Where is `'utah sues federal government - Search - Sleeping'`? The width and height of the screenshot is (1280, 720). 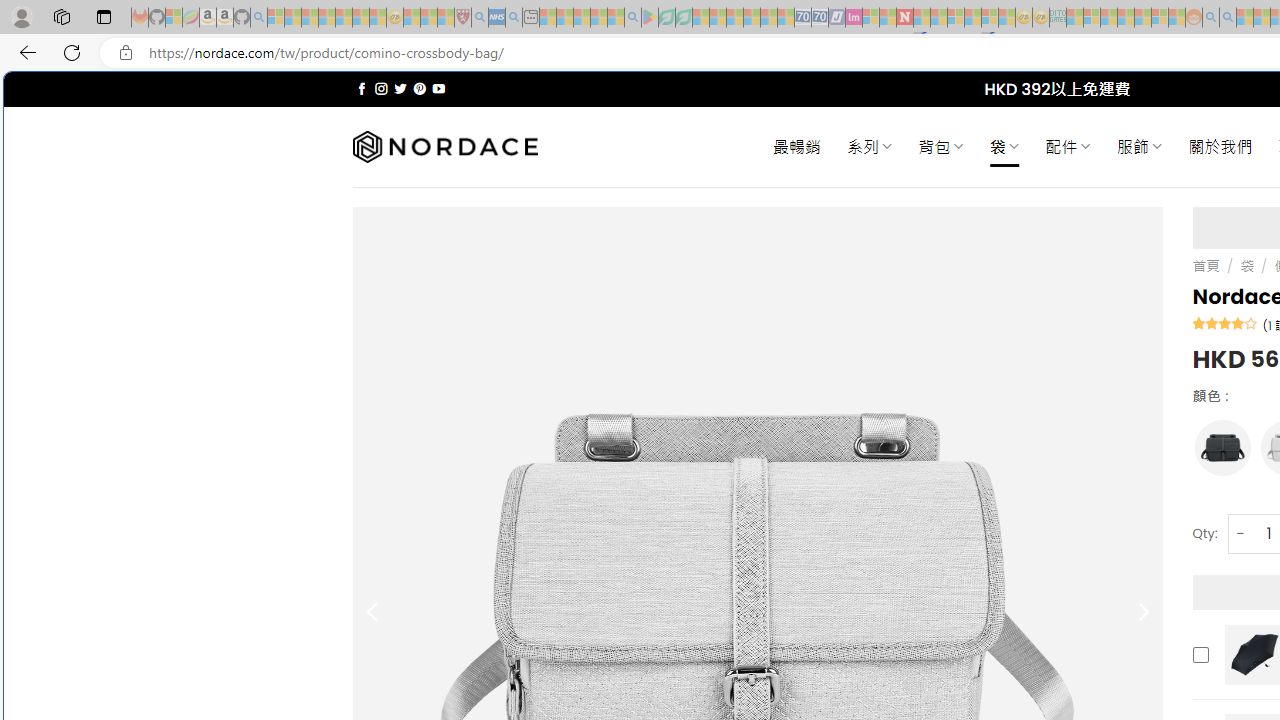 'utah sues federal government - Search - Sleeping' is located at coordinates (513, 17).